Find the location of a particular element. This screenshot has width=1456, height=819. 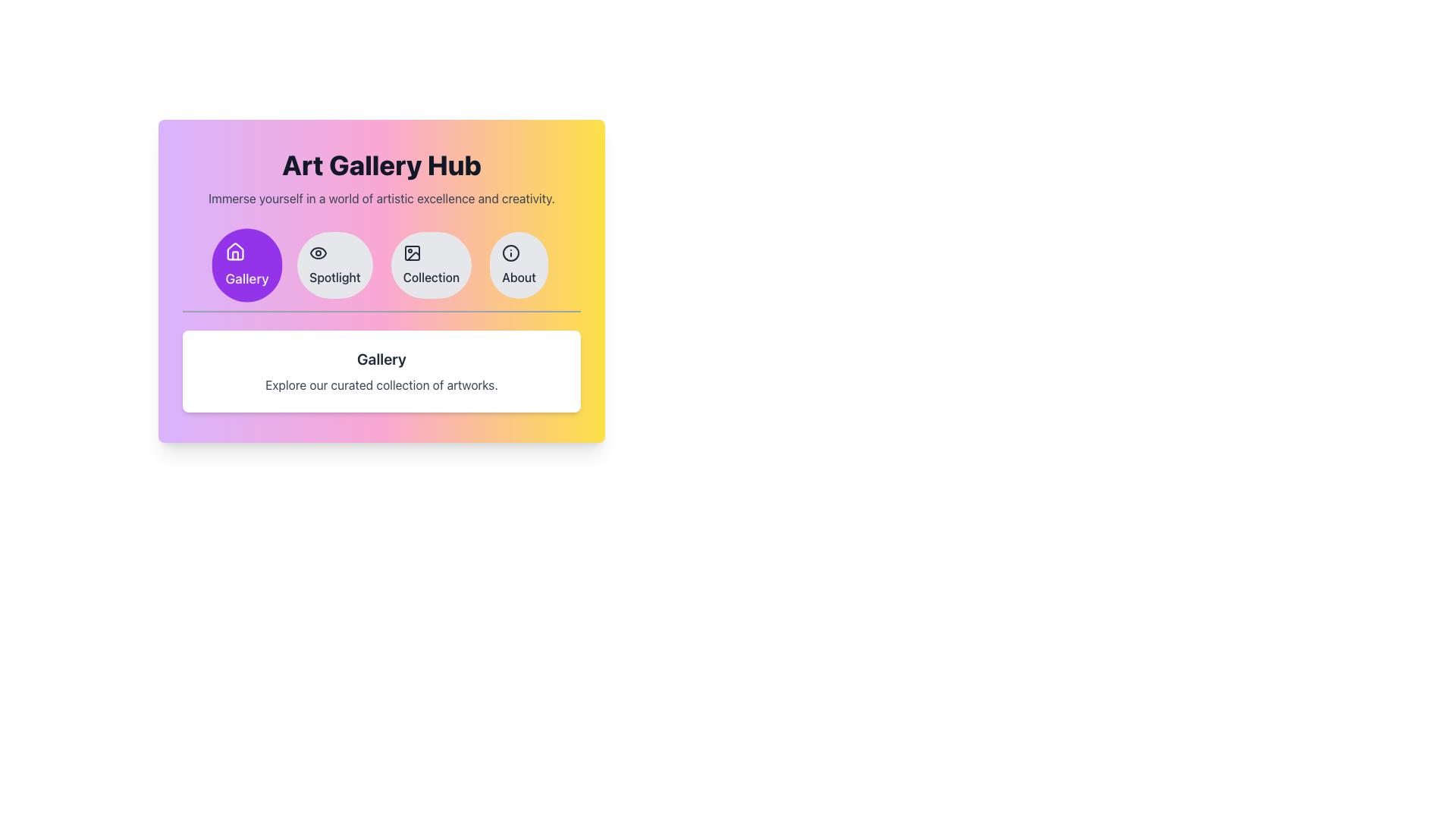

the eye-shaped icon with a black outline and gray circular background is located at coordinates (318, 253).